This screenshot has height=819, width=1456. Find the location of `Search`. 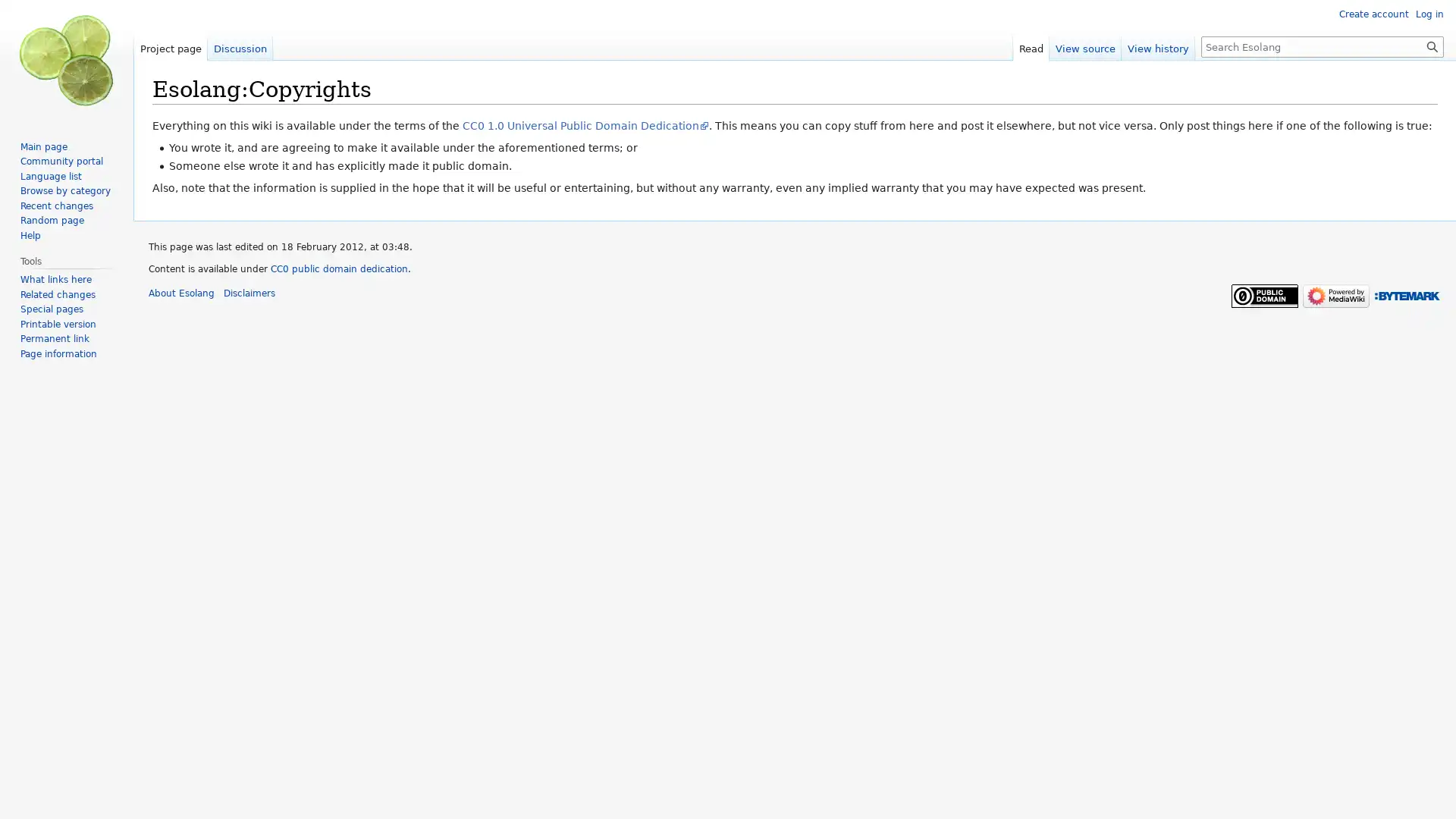

Search is located at coordinates (1432, 45).